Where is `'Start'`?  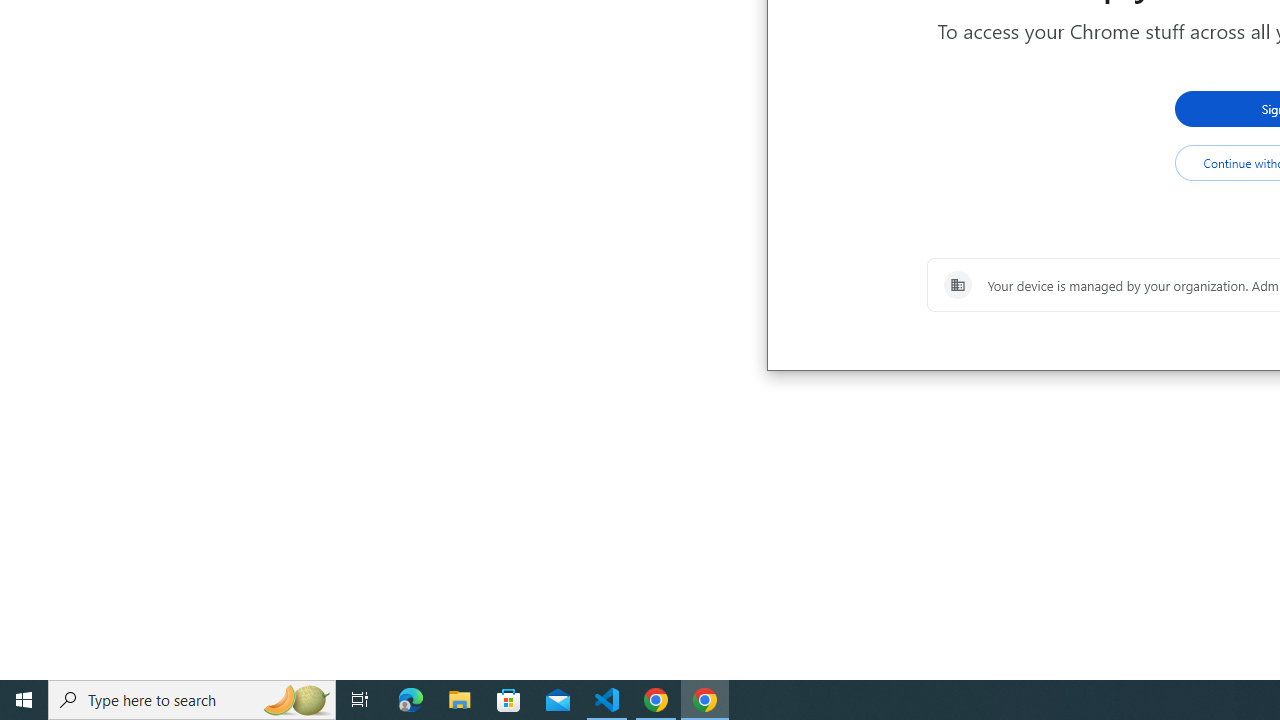 'Start' is located at coordinates (24, 698).